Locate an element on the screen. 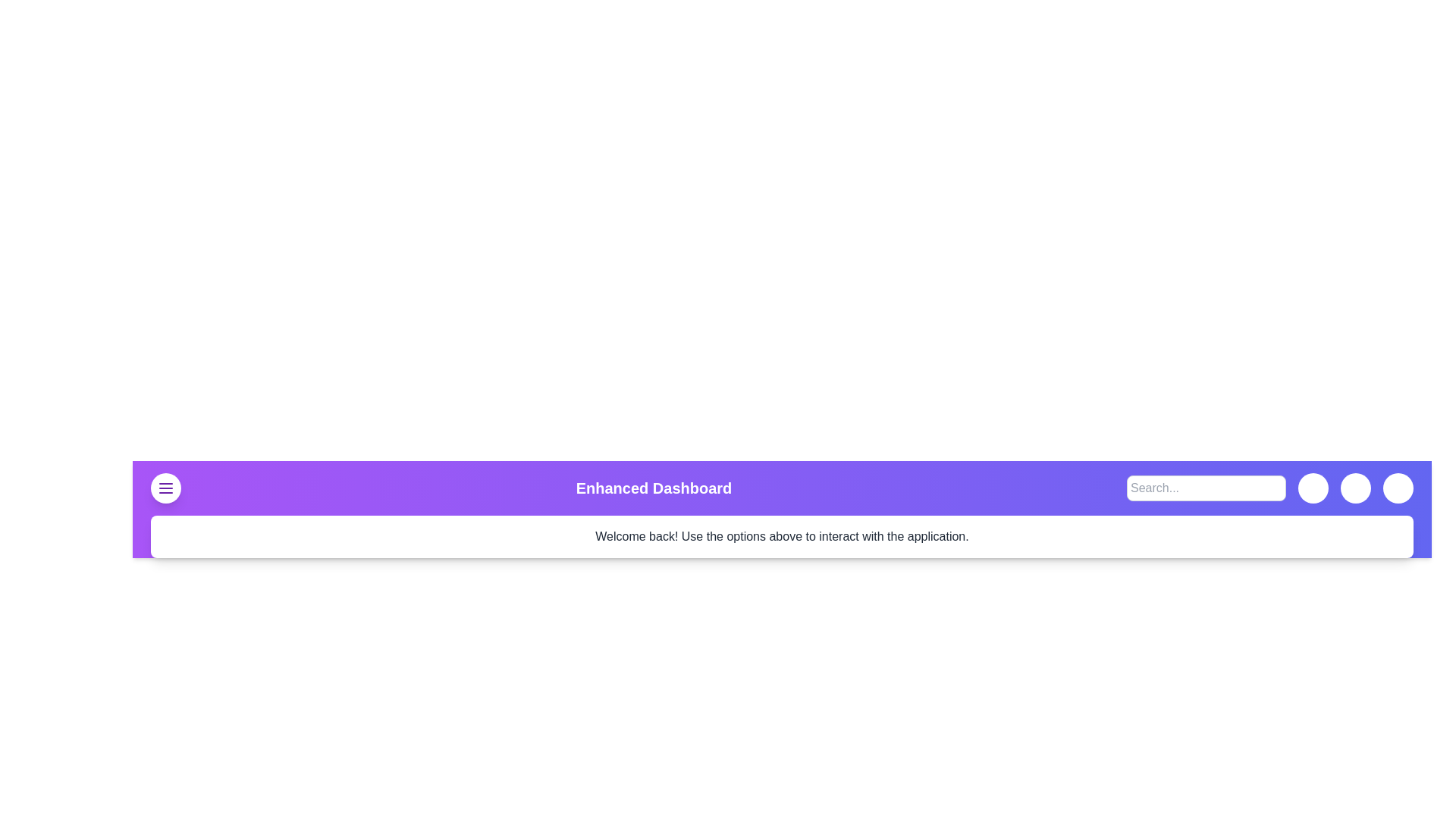 This screenshot has width=1456, height=819. the menu button to toggle the menu visibility is located at coordinates (166, 488).